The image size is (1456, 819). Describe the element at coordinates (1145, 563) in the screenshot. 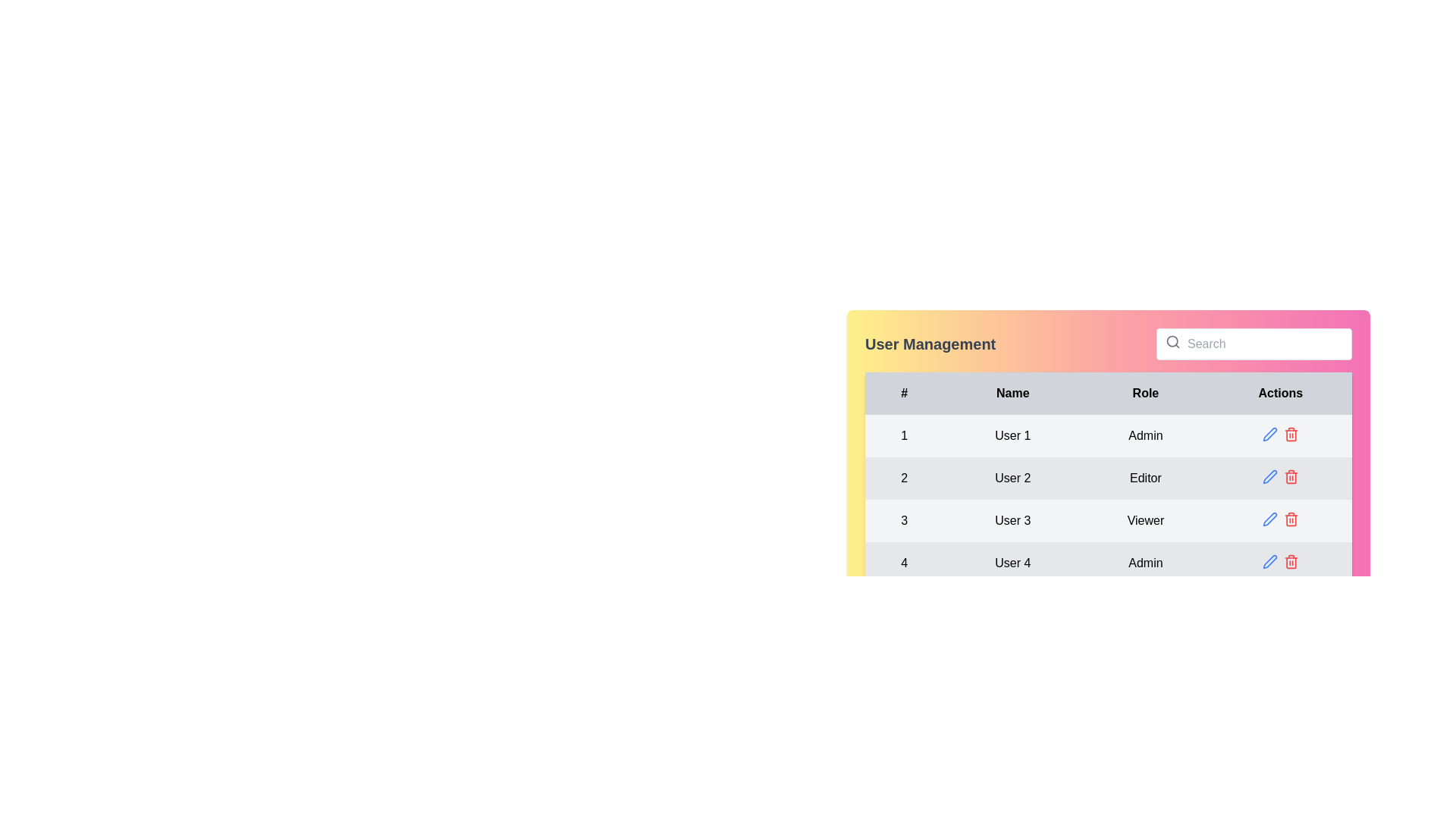

I see `the 'Admin' text label in the fourth row of the table under the 'Role' column, which identifies the user's role` at that location.